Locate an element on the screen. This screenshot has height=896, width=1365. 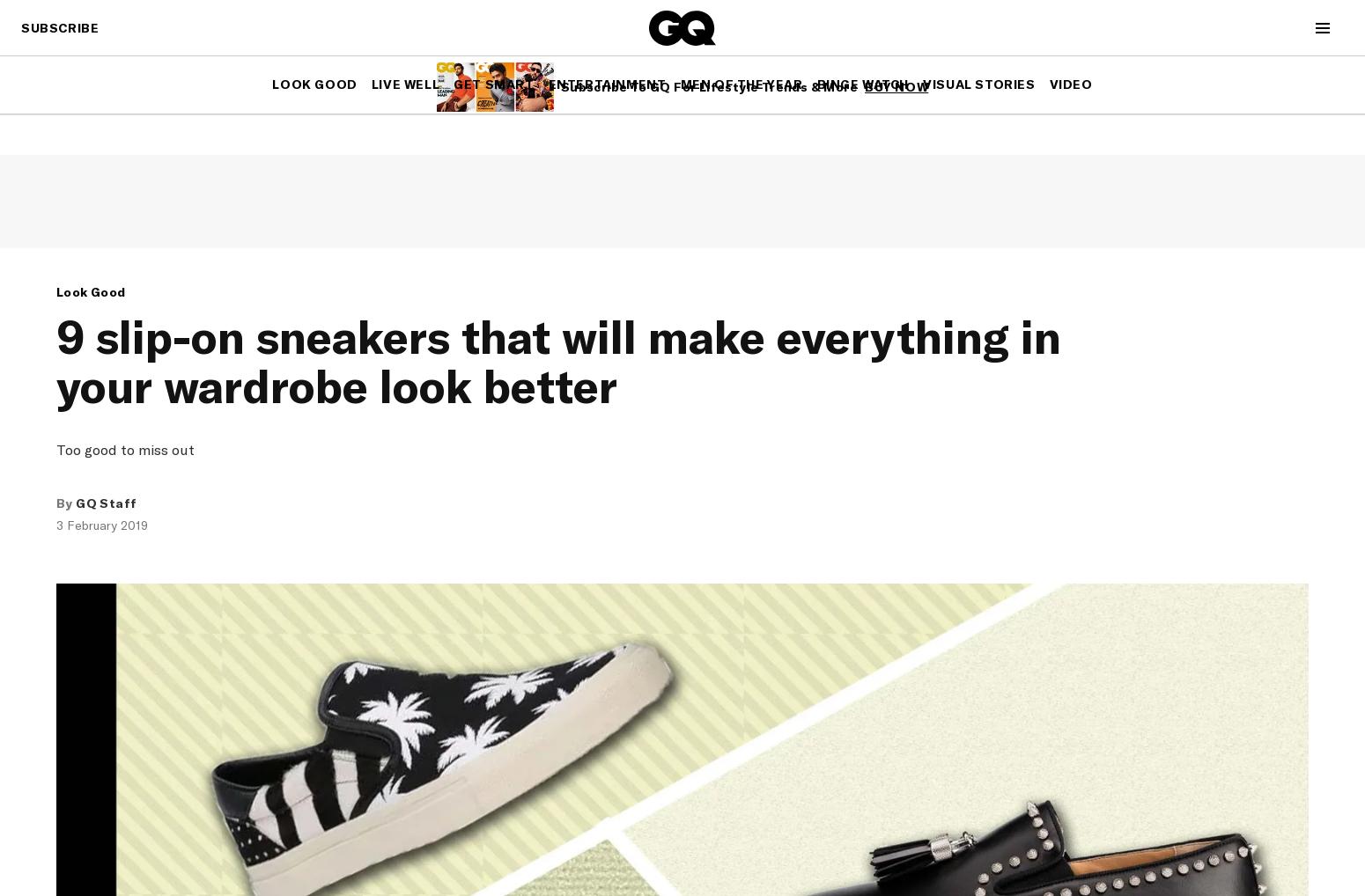
'Too good to miss out' is located at coordinates (125, 449).